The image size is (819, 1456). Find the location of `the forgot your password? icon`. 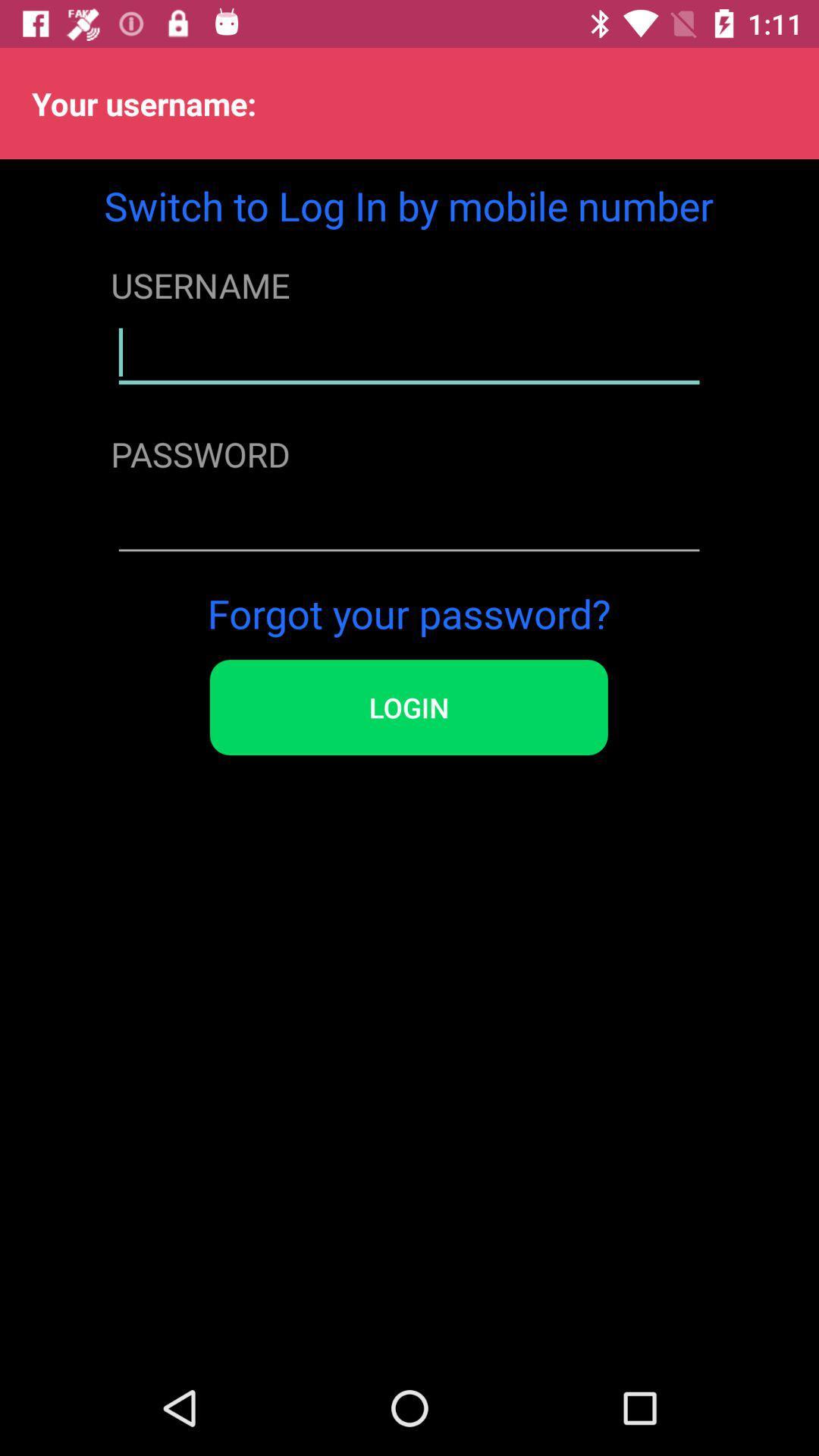

the forgot your password? icon is located at coordinates (408, 613).